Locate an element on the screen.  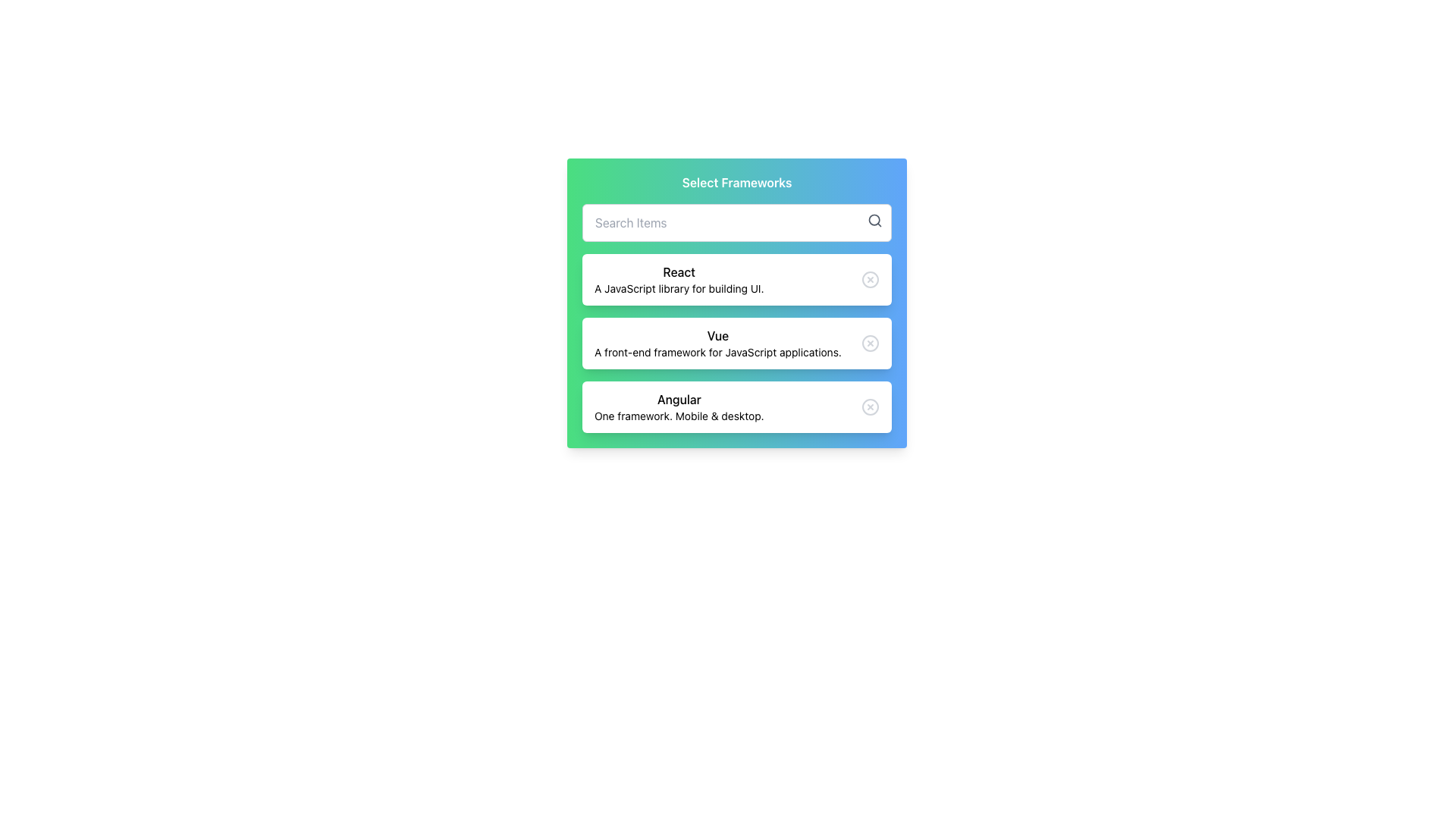
the SVG circle element that forms the base of the 'X' icon located to the right of the 'React' framework entry is located at coordinates (870, 280).